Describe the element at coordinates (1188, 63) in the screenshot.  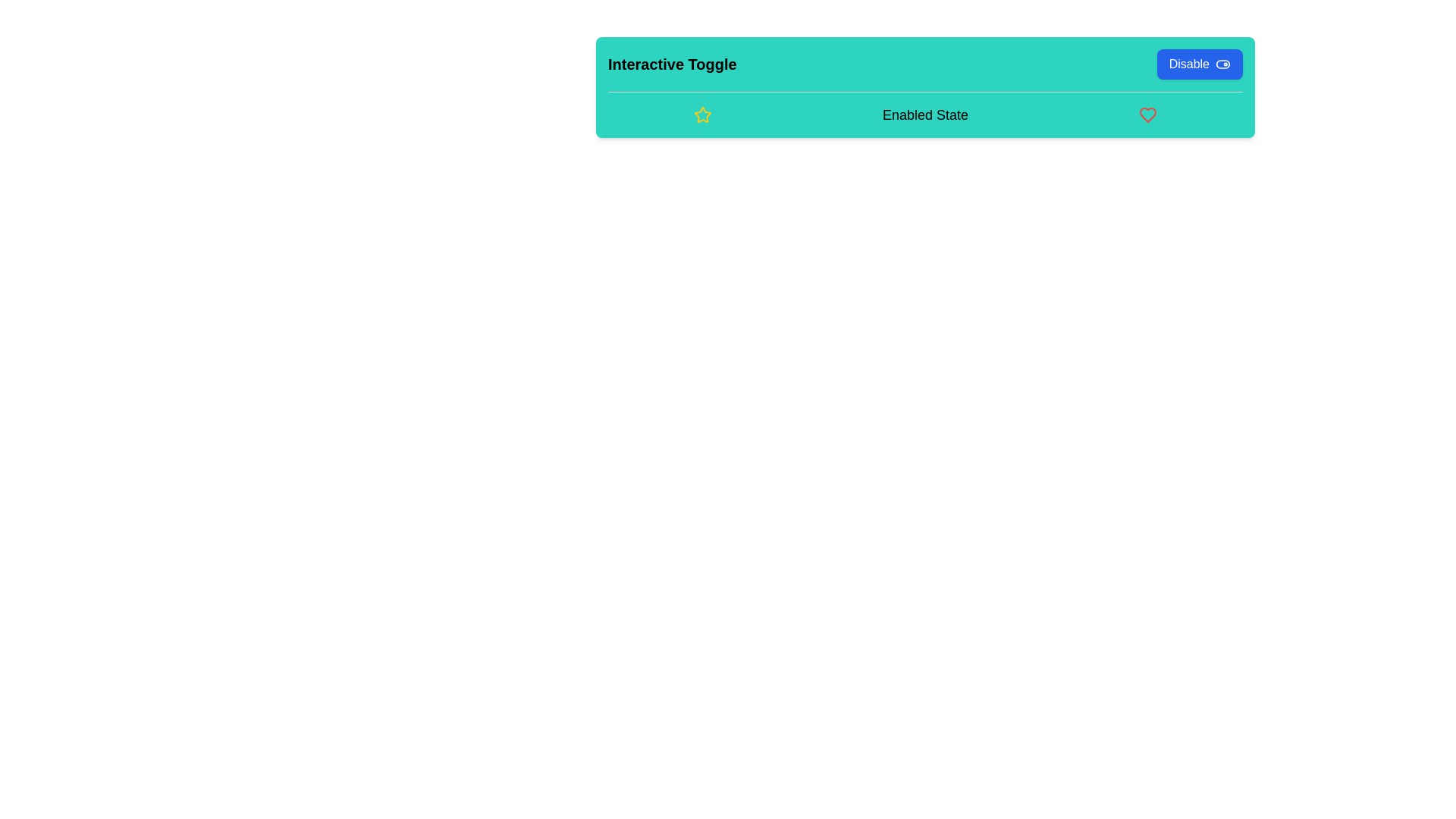
I see `the 'Disable' text label located in the top-right corner of the teal-colored section, which describes the button's functionality` at that location.